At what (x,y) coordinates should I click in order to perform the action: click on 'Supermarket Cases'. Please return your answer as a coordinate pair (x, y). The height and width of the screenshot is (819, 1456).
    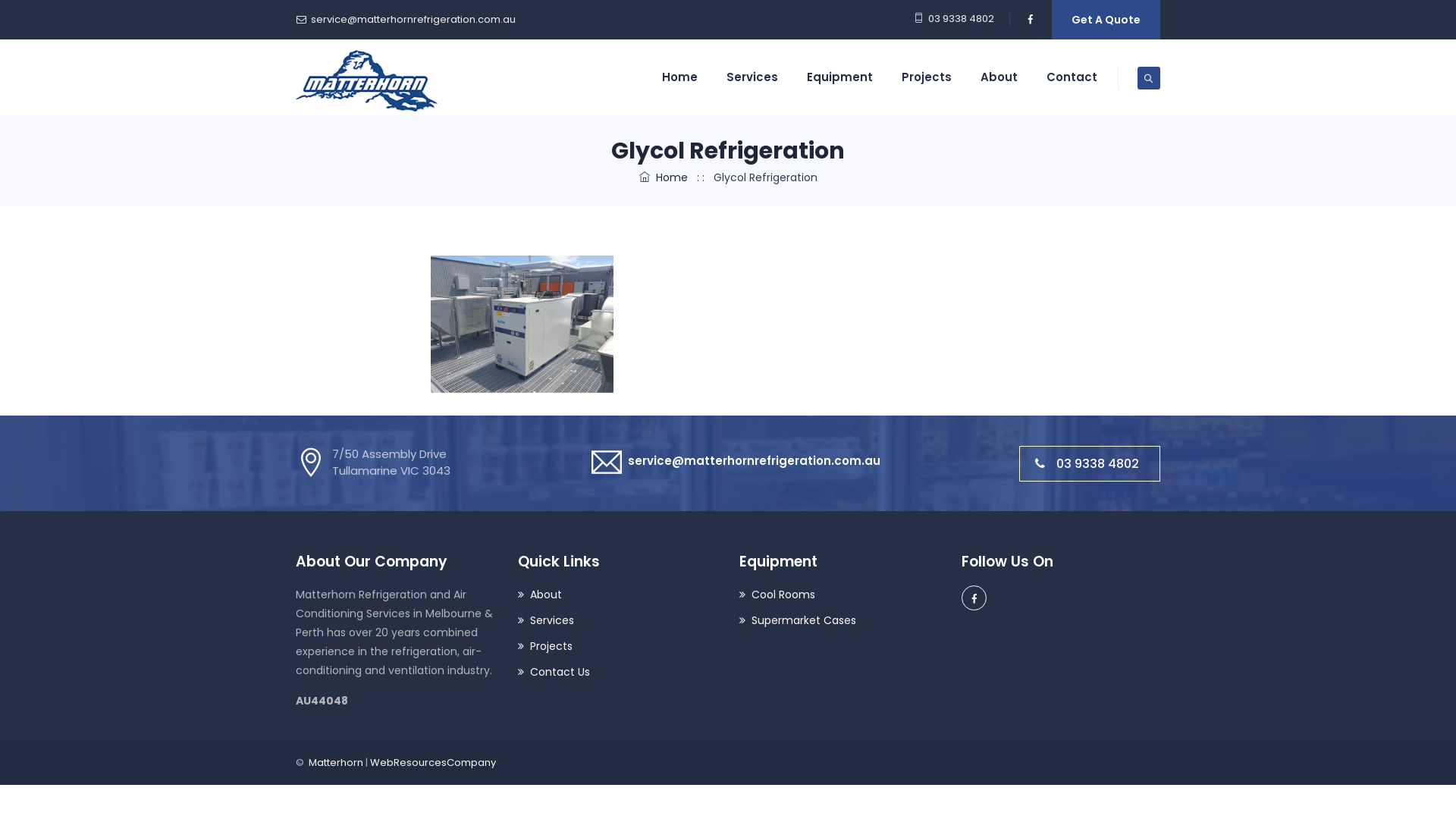
    Looking at the image, I should click on (739, 620).